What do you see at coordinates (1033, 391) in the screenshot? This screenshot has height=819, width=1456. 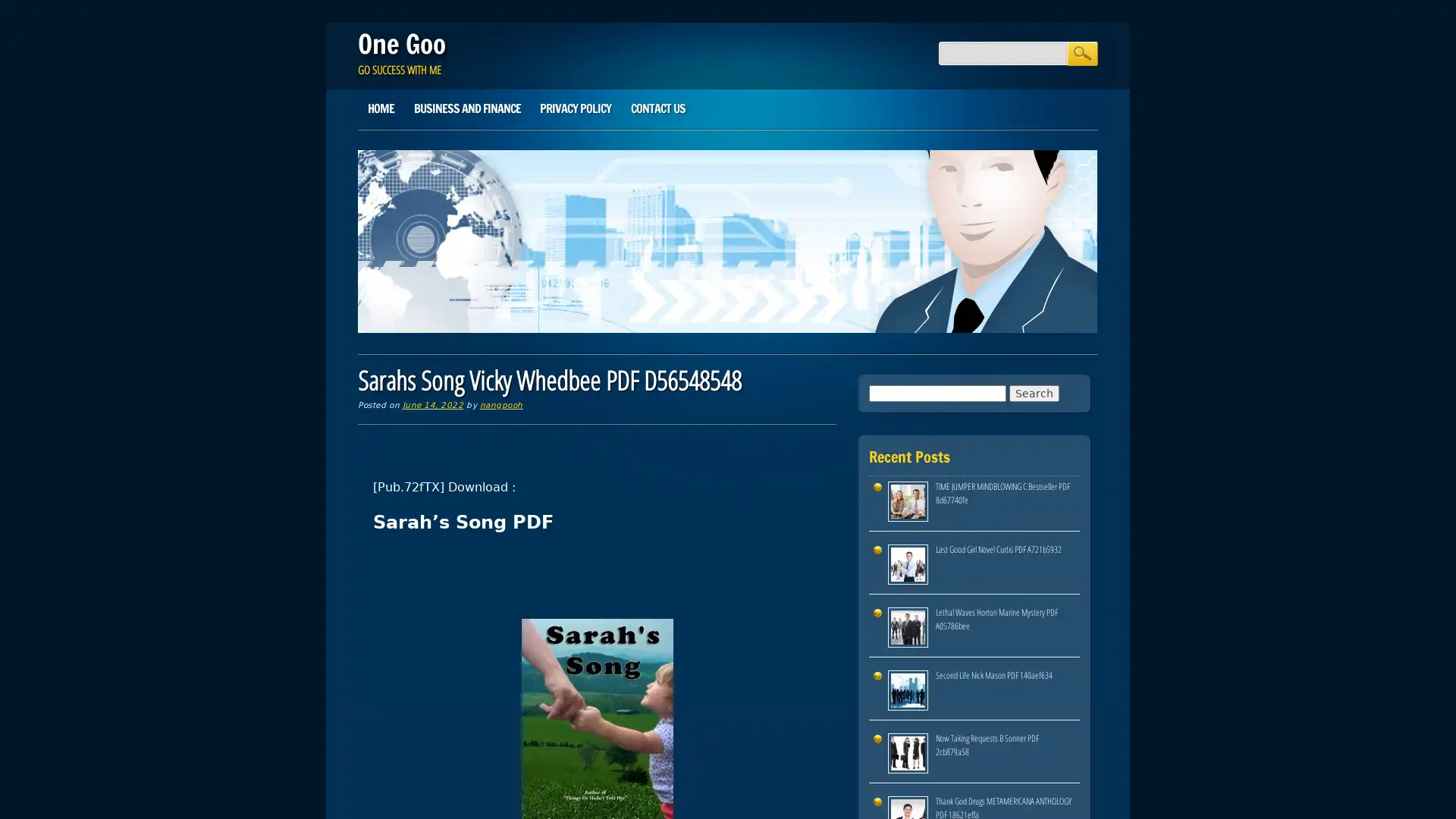 I see `Search` at bounding box center [1033, 391].